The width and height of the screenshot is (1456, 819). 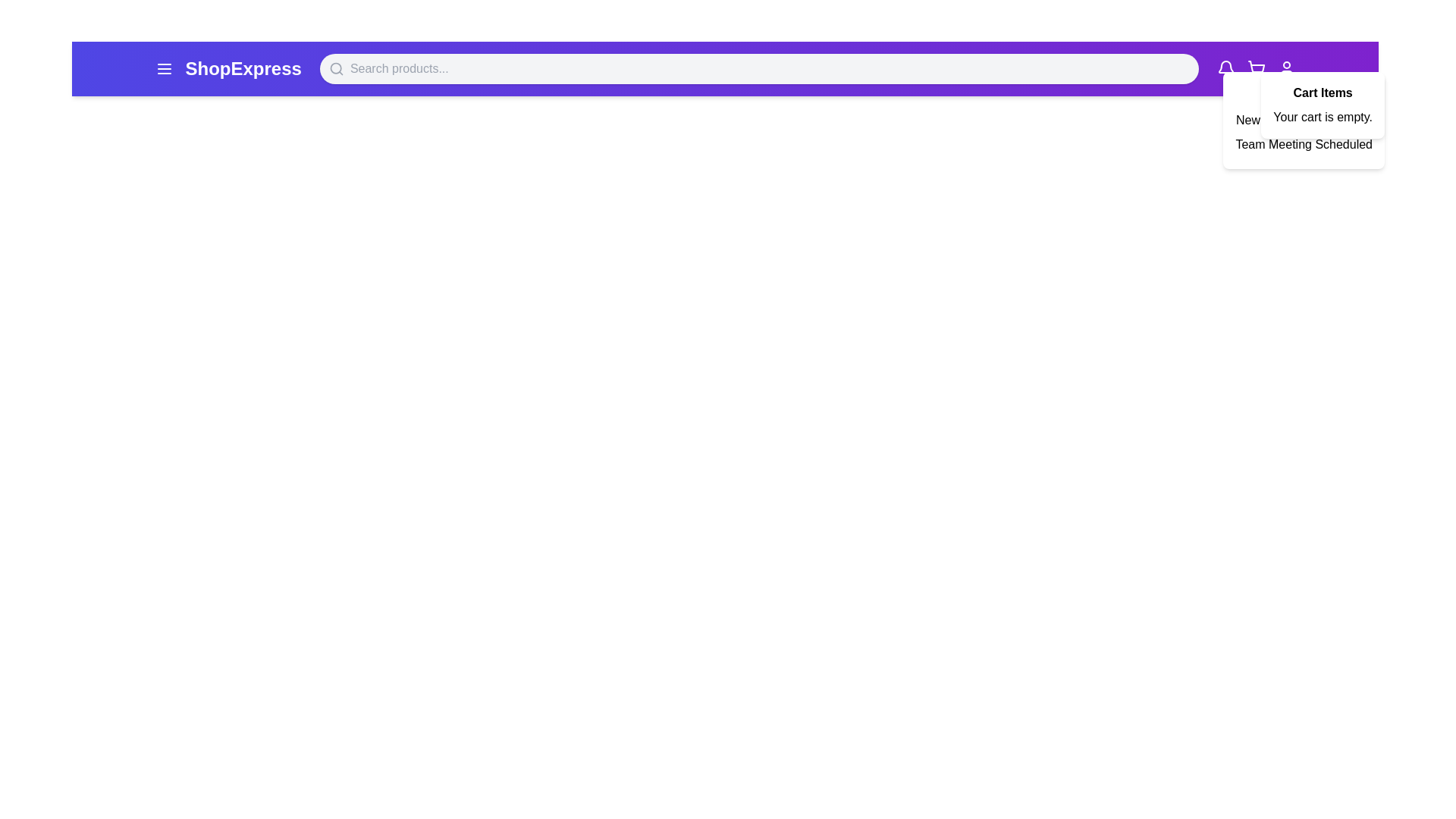 What do you see at coordinates (335, 69) in the screenshot?
I see `the search icon to activate advanced search options` at bounding box center [335, 69].